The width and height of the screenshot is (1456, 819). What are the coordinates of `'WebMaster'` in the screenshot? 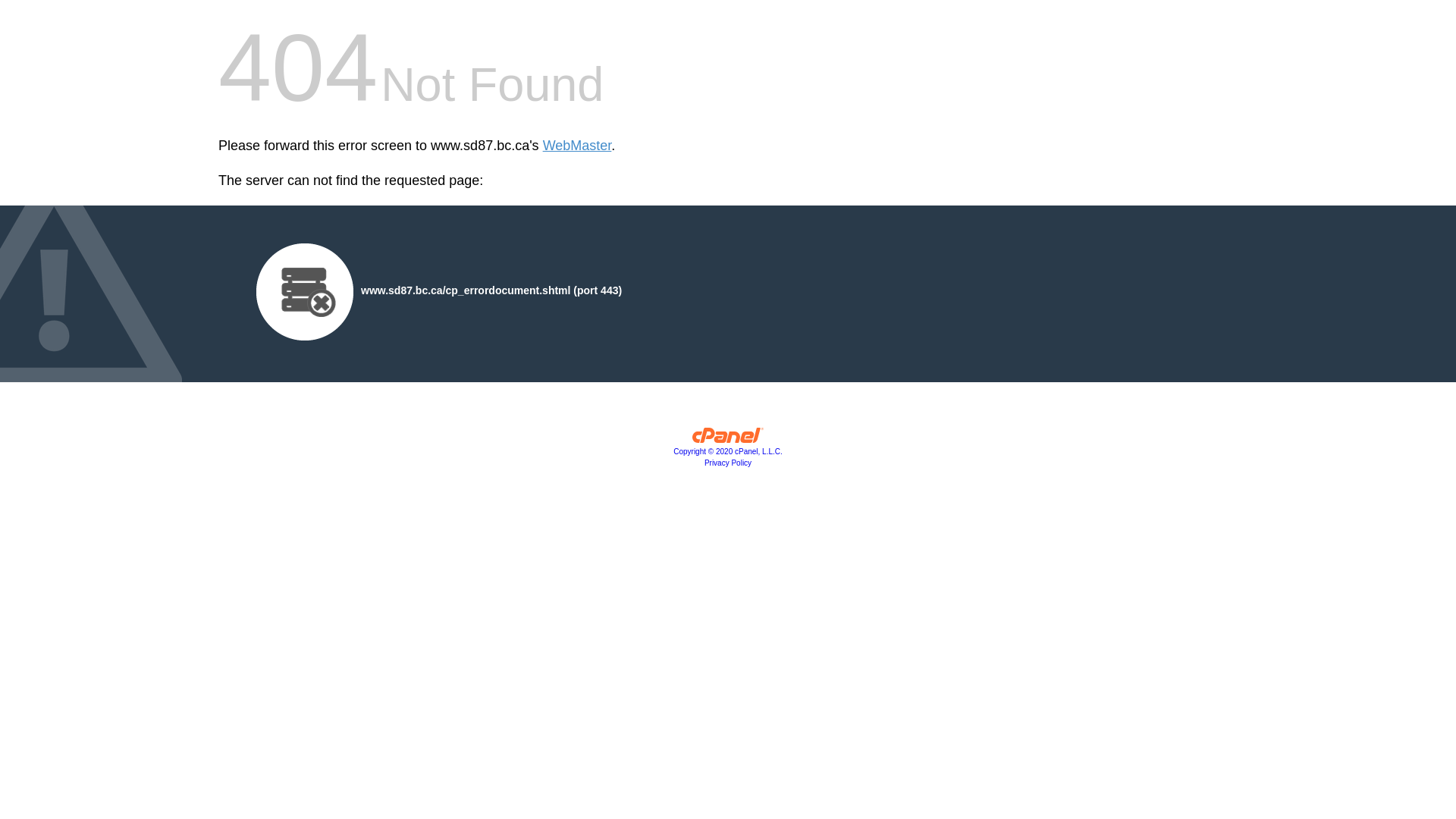 It's located at (576, 146).